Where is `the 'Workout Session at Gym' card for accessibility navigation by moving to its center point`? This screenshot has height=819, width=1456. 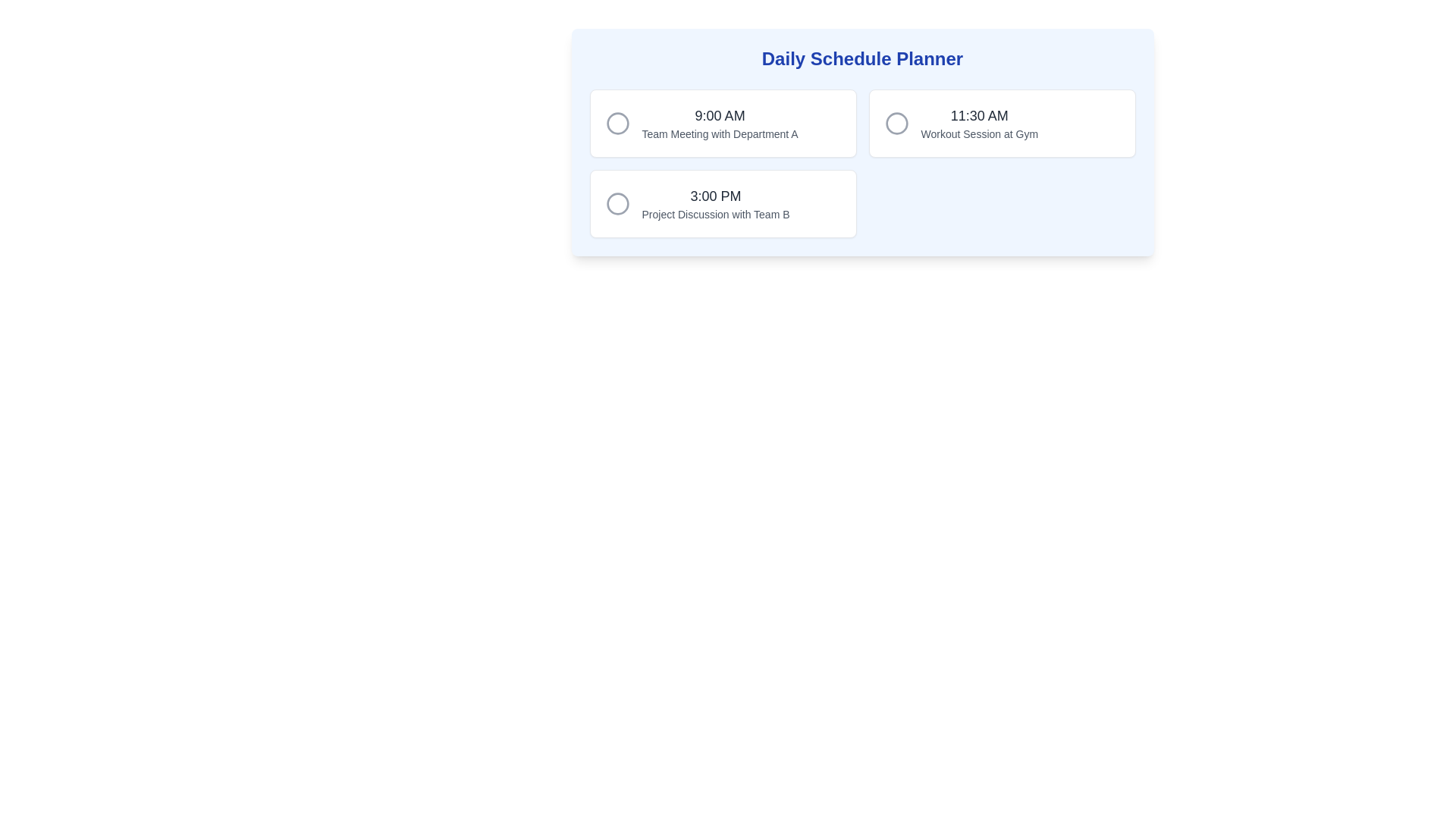
the 'Workout Session at Gym' card for accessibility navigation by moving to its center point is located at coordinates (1002, 122).